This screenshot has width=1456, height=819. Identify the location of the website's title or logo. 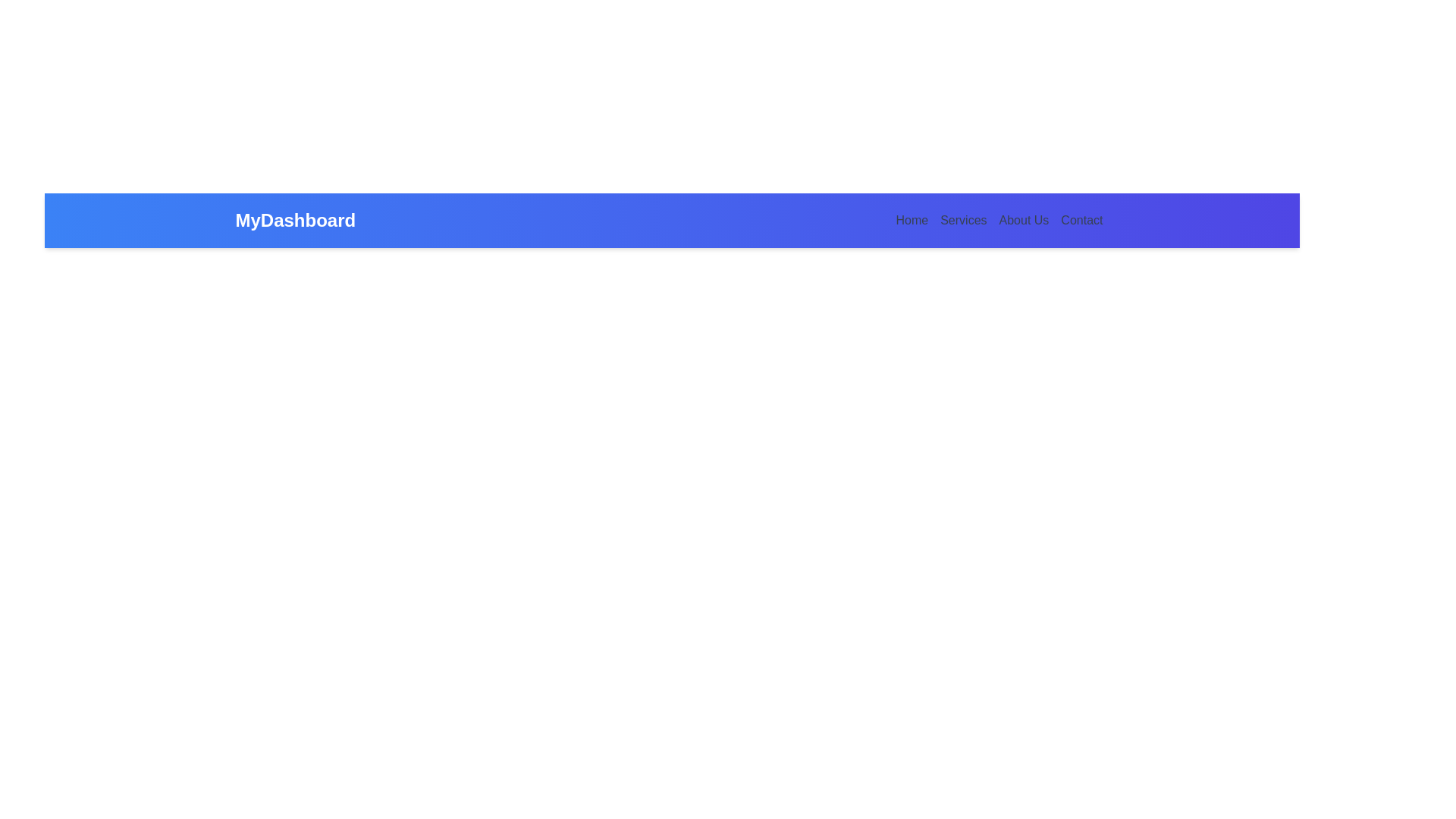
(295, 220).